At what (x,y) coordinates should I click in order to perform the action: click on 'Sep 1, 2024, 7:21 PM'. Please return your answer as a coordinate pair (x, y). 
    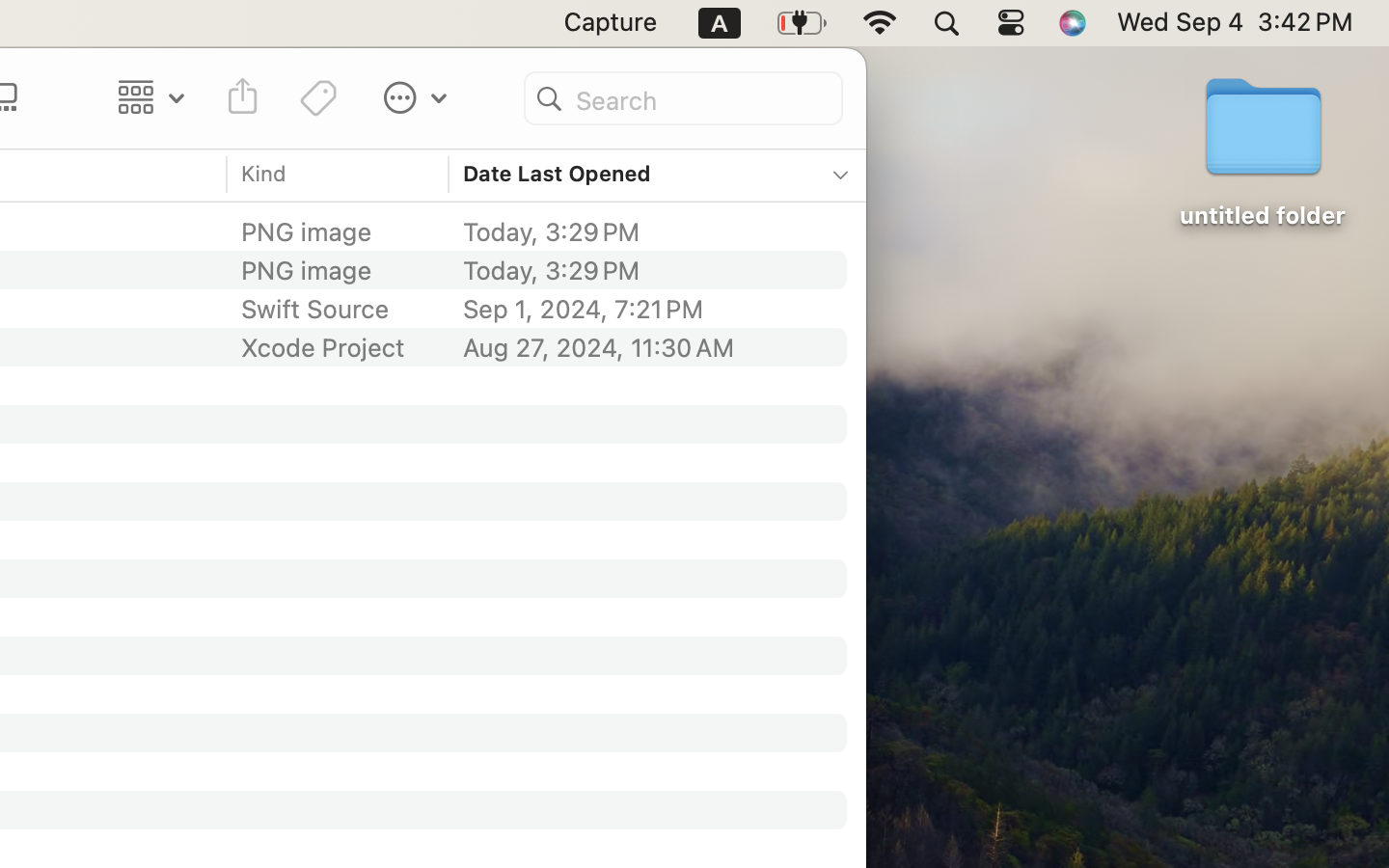
    Looking at the image, I should click on (642, 308).